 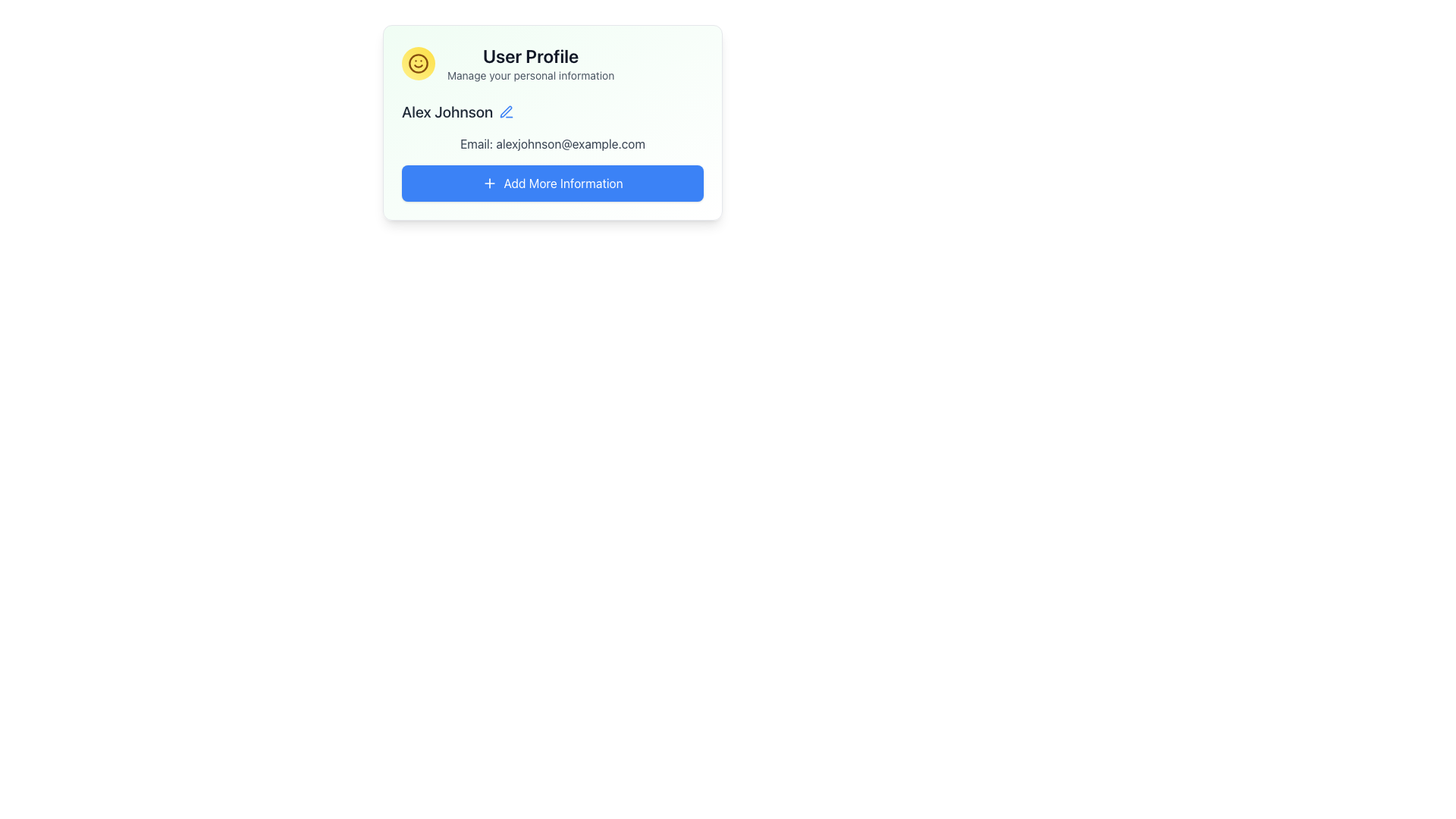 I want to click on the title text at the top of the user profile section, which serves as a label for the user information, so click(x=531, y=55).